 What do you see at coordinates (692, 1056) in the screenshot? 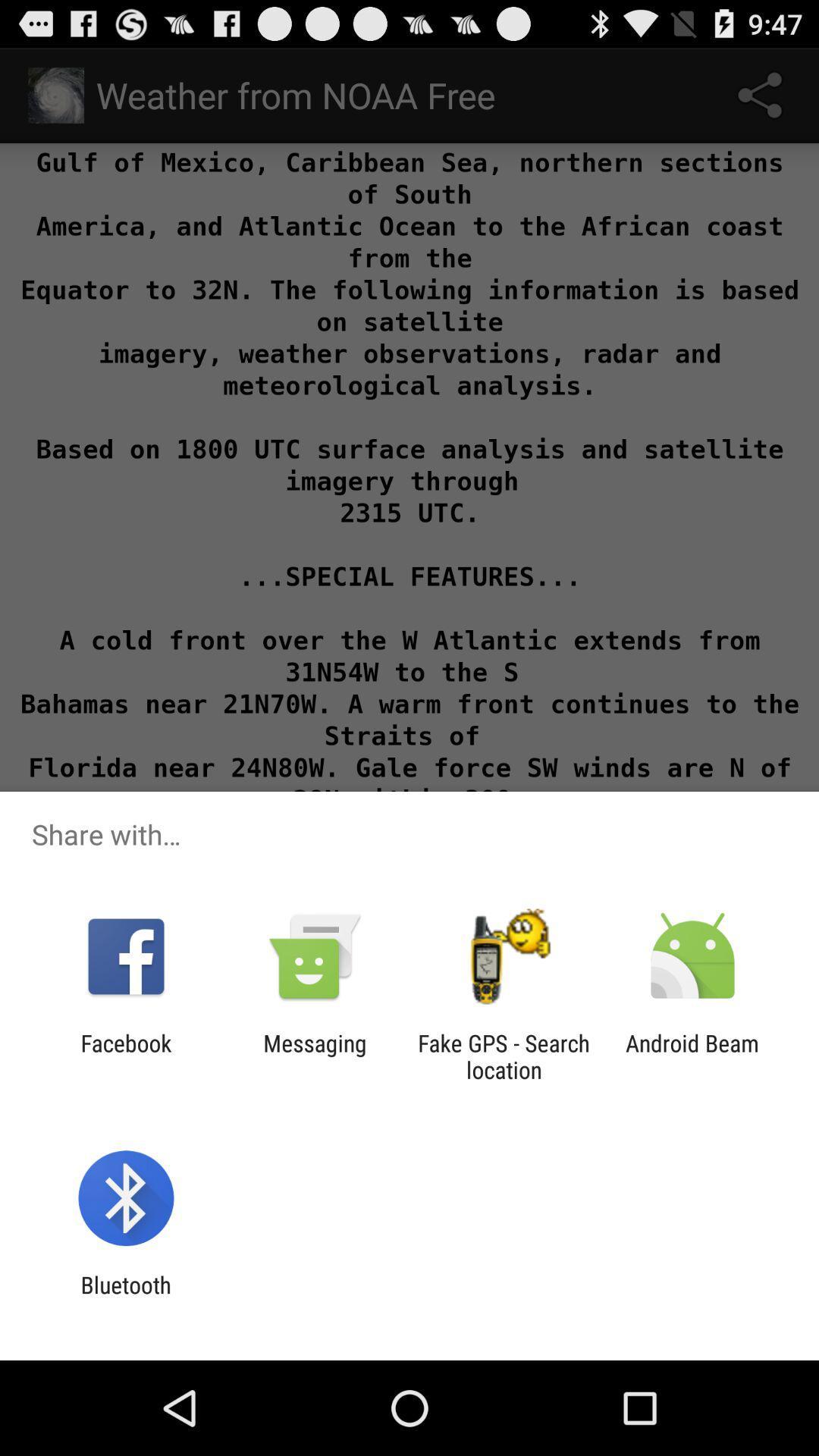
I see `the android beam` at bounding box center [692, 1056].